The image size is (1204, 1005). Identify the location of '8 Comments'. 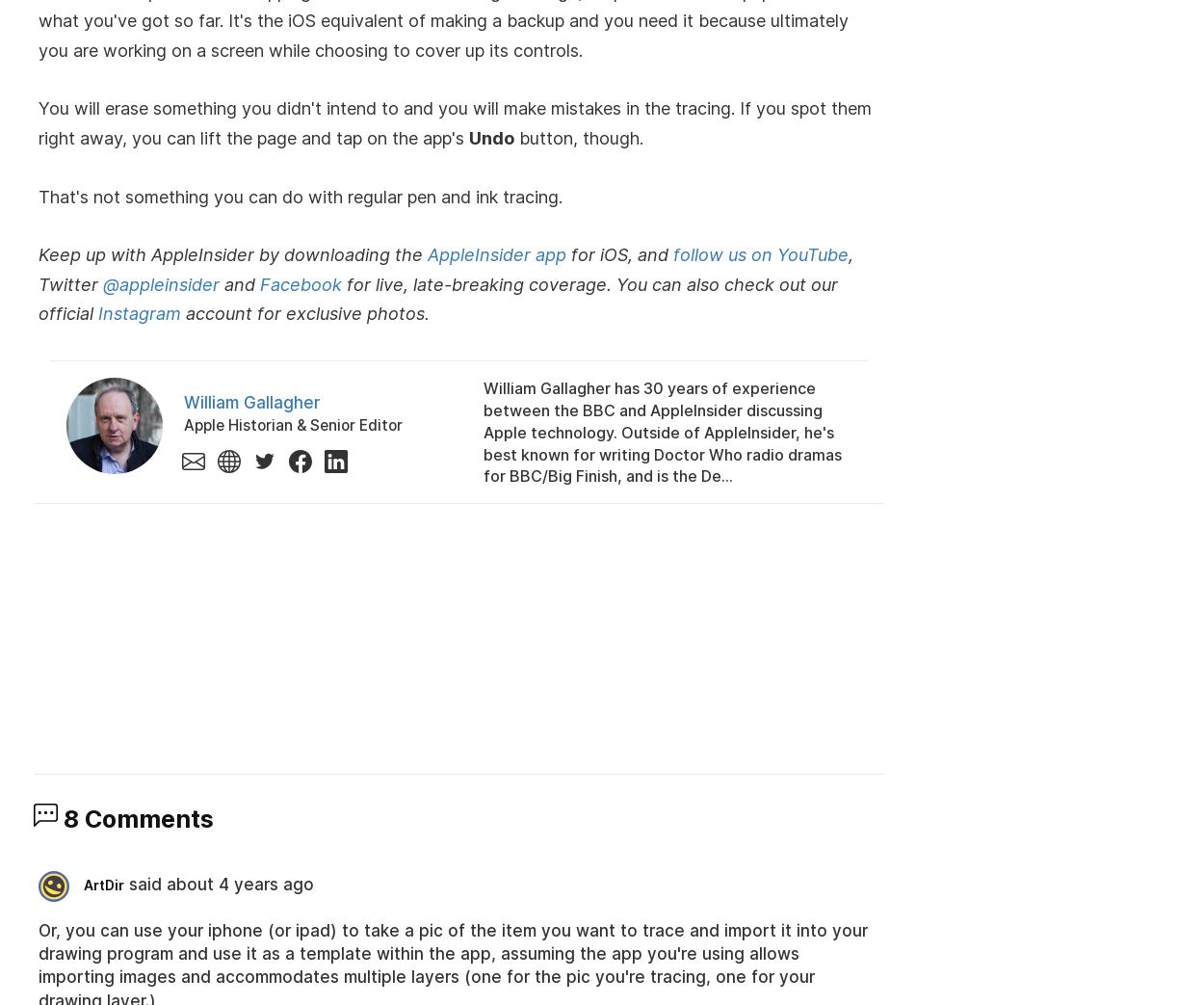
(136, 818).